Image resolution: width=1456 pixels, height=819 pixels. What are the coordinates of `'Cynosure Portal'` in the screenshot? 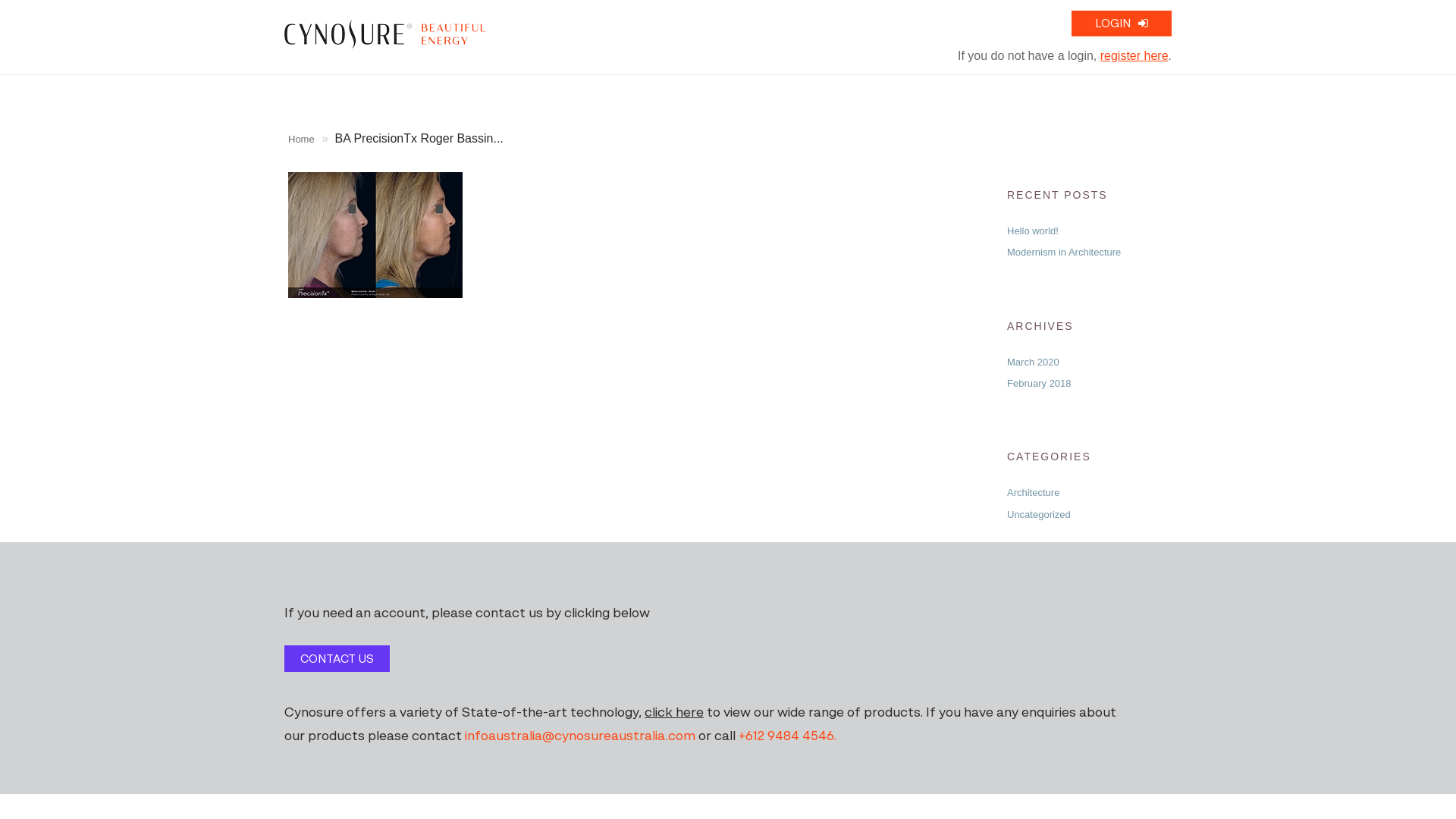 It's located at (384, 33).